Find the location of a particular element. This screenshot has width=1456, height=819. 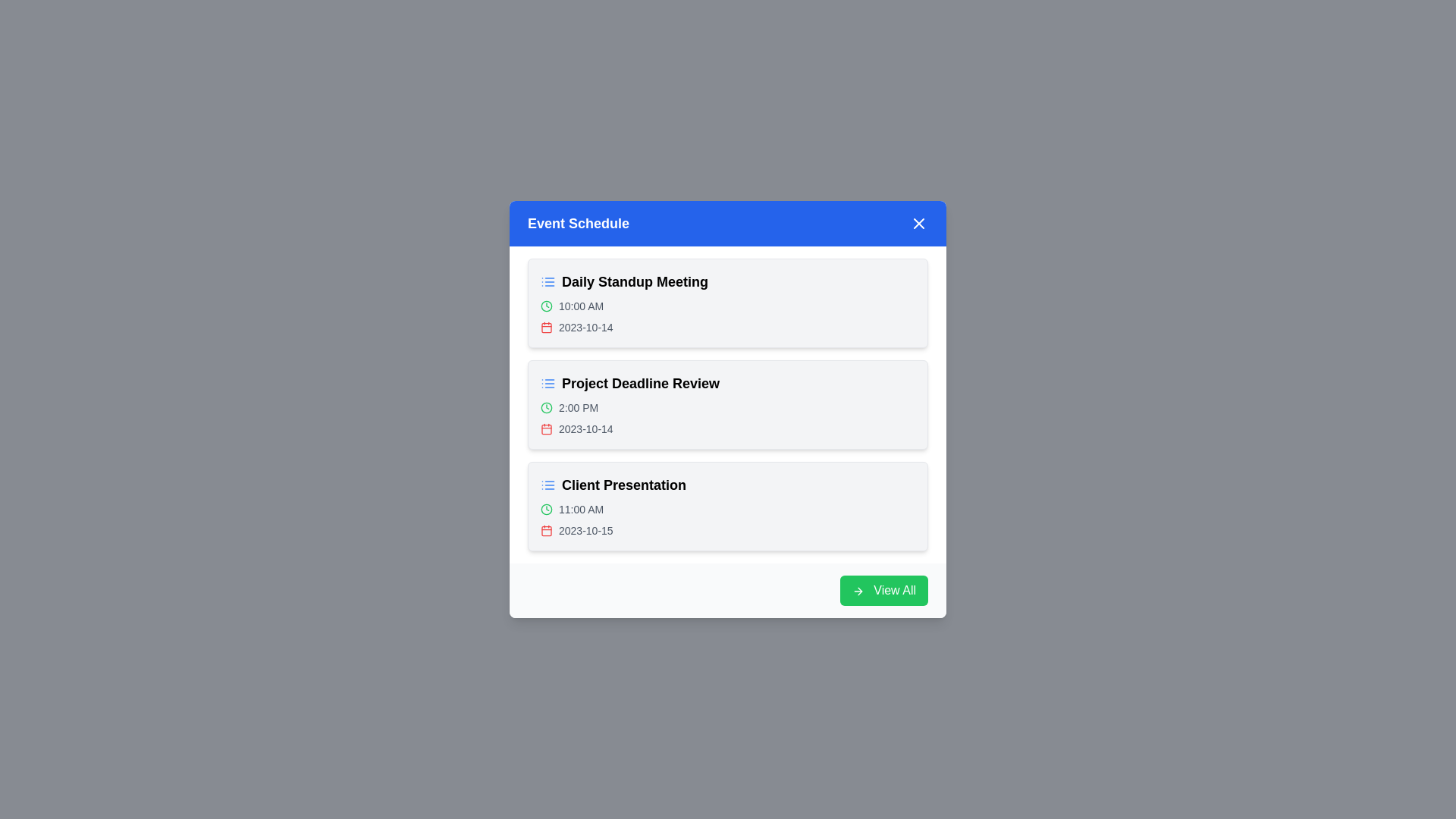

the leftmost icon in the header of the 'Project Deadline Review' section, which indicates a list of items is located at coordinates (548, 382).